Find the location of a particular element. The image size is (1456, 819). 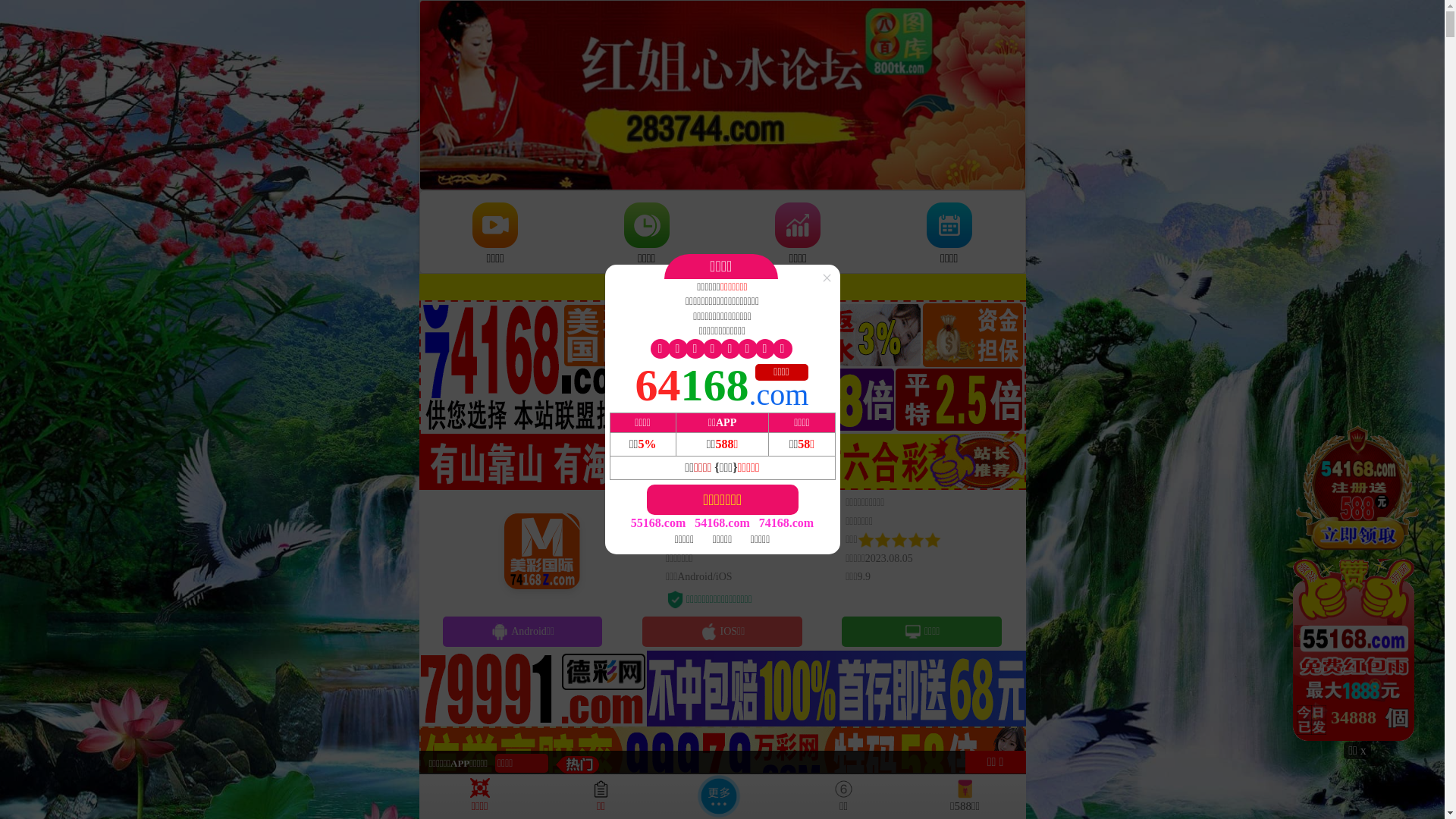

'35141' is located at coordinates (1357, 582).